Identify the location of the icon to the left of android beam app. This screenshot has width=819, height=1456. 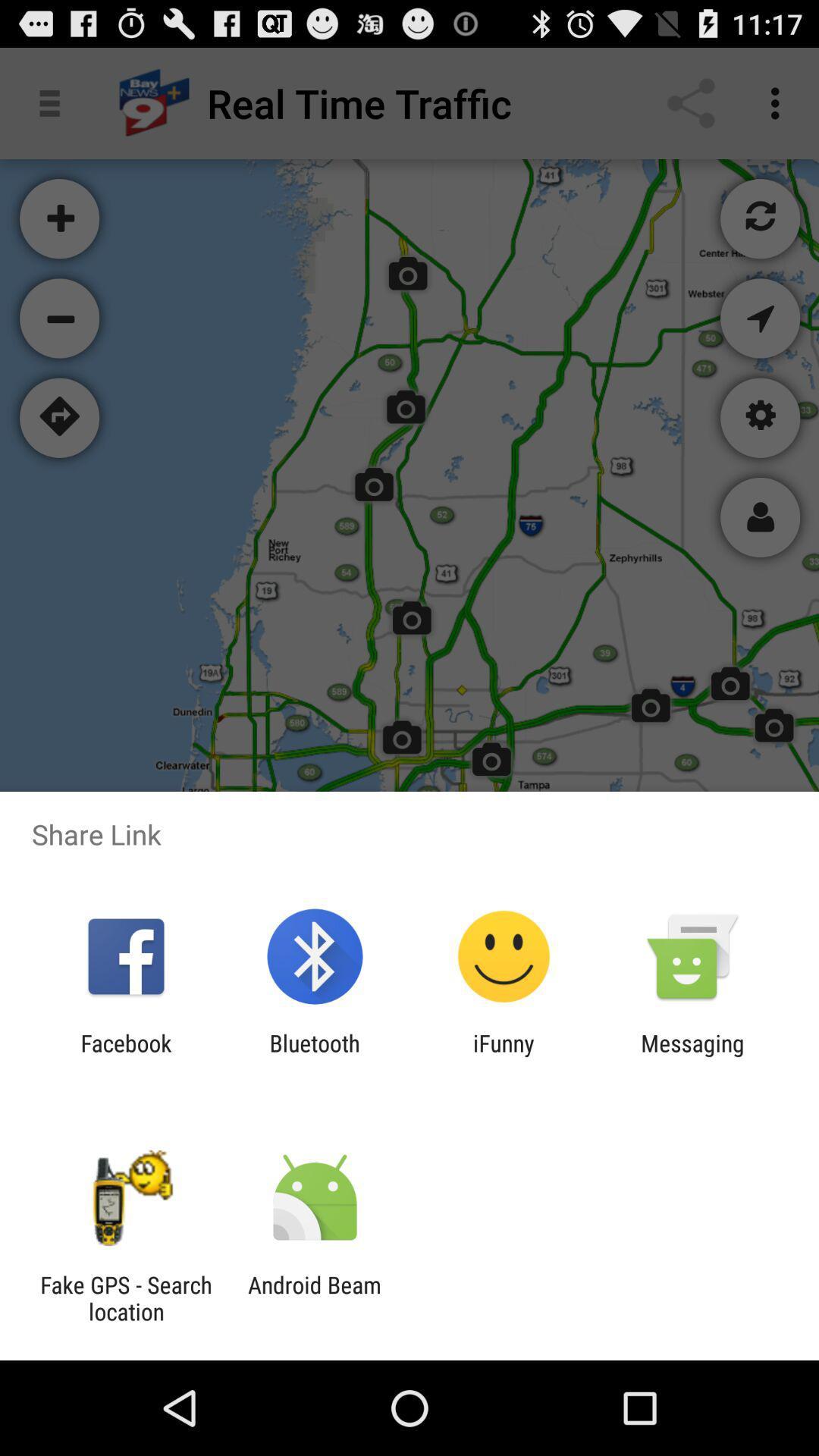
(125, 1298).